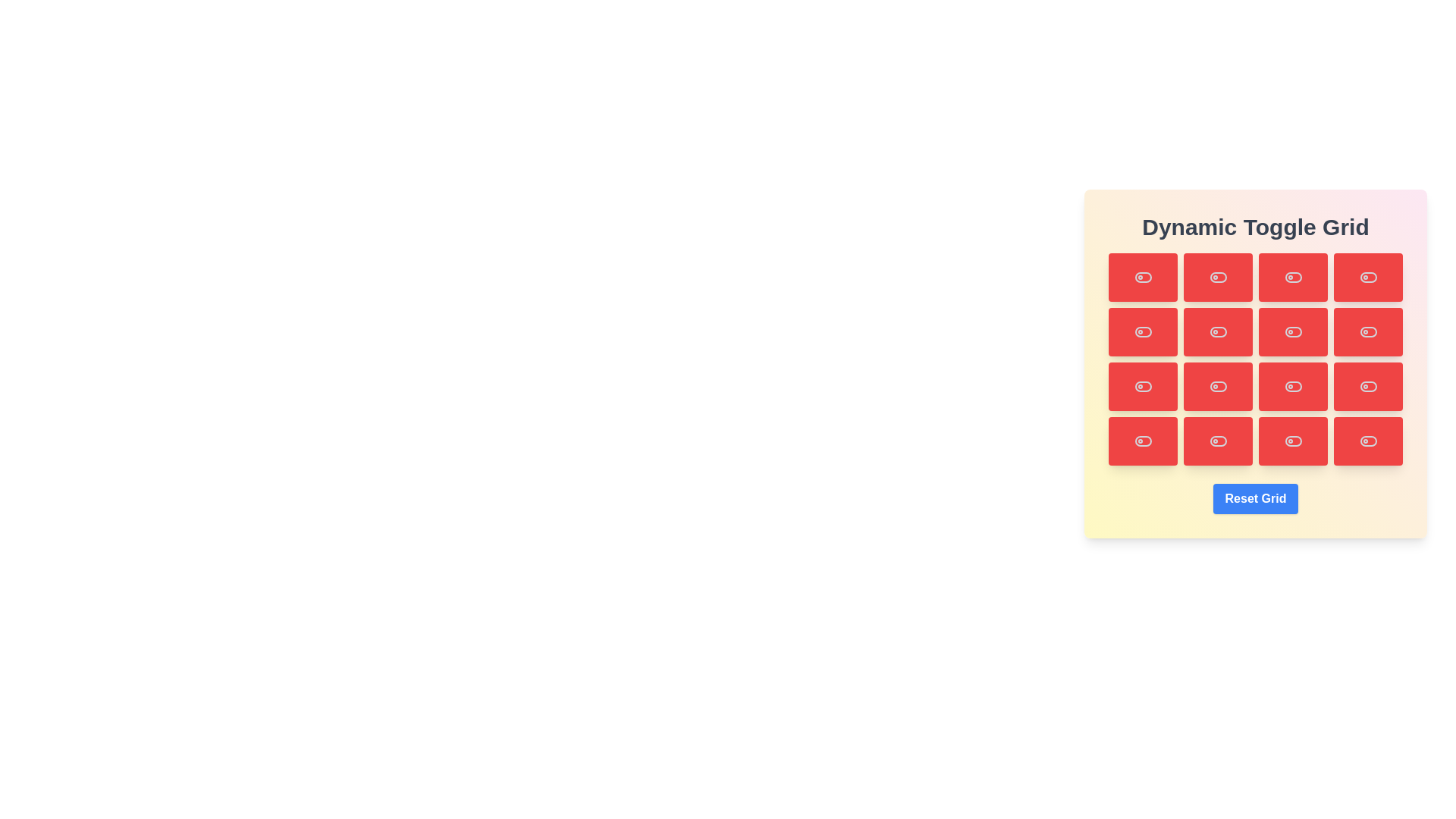 This screenshot has width=1456, height=819. I want to click on the 'Reset Grid' button to reset the grid to its initial state, so click(1256, 499).